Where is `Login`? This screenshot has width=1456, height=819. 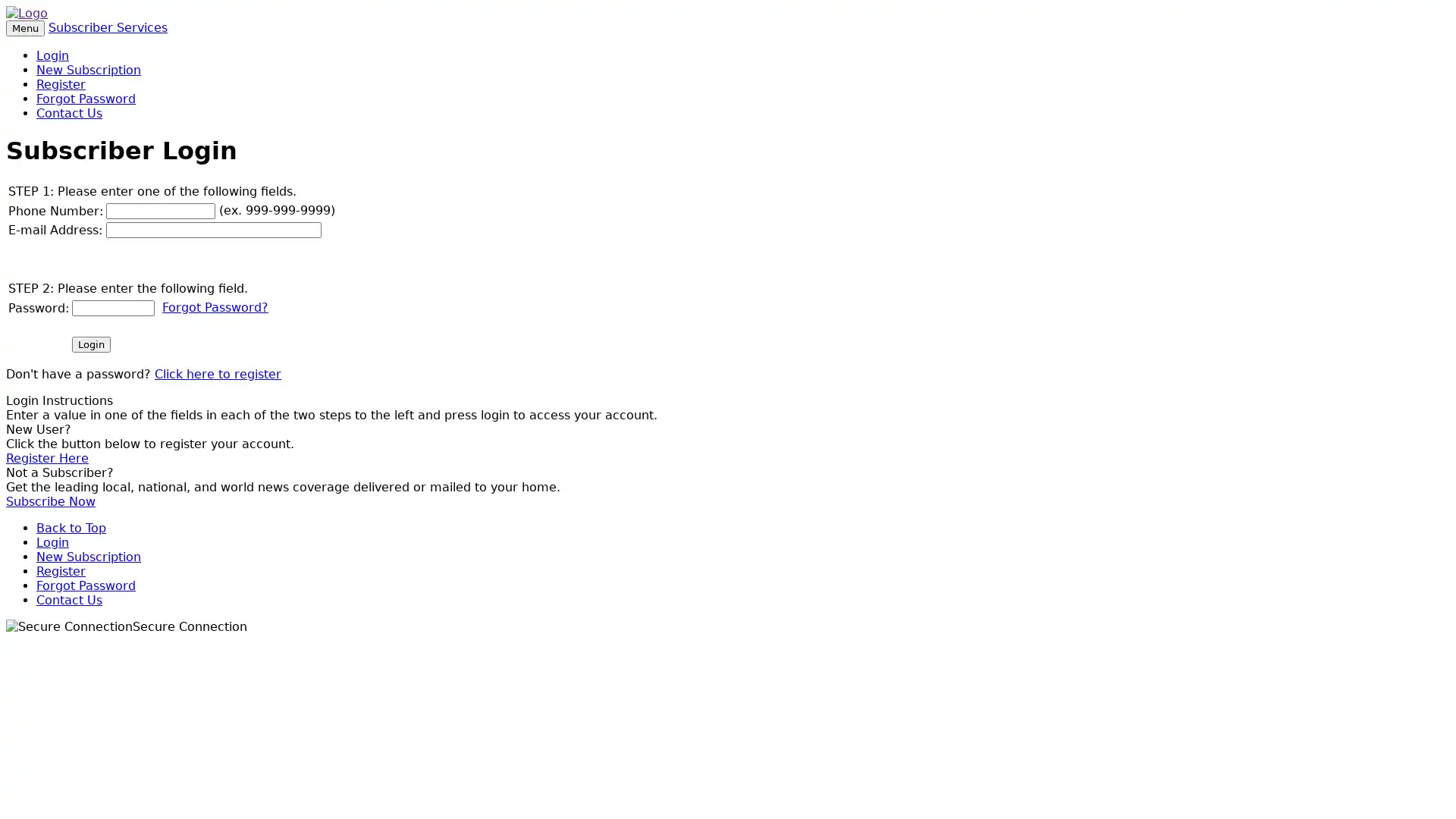 Login is located at coordinates (90, 344).